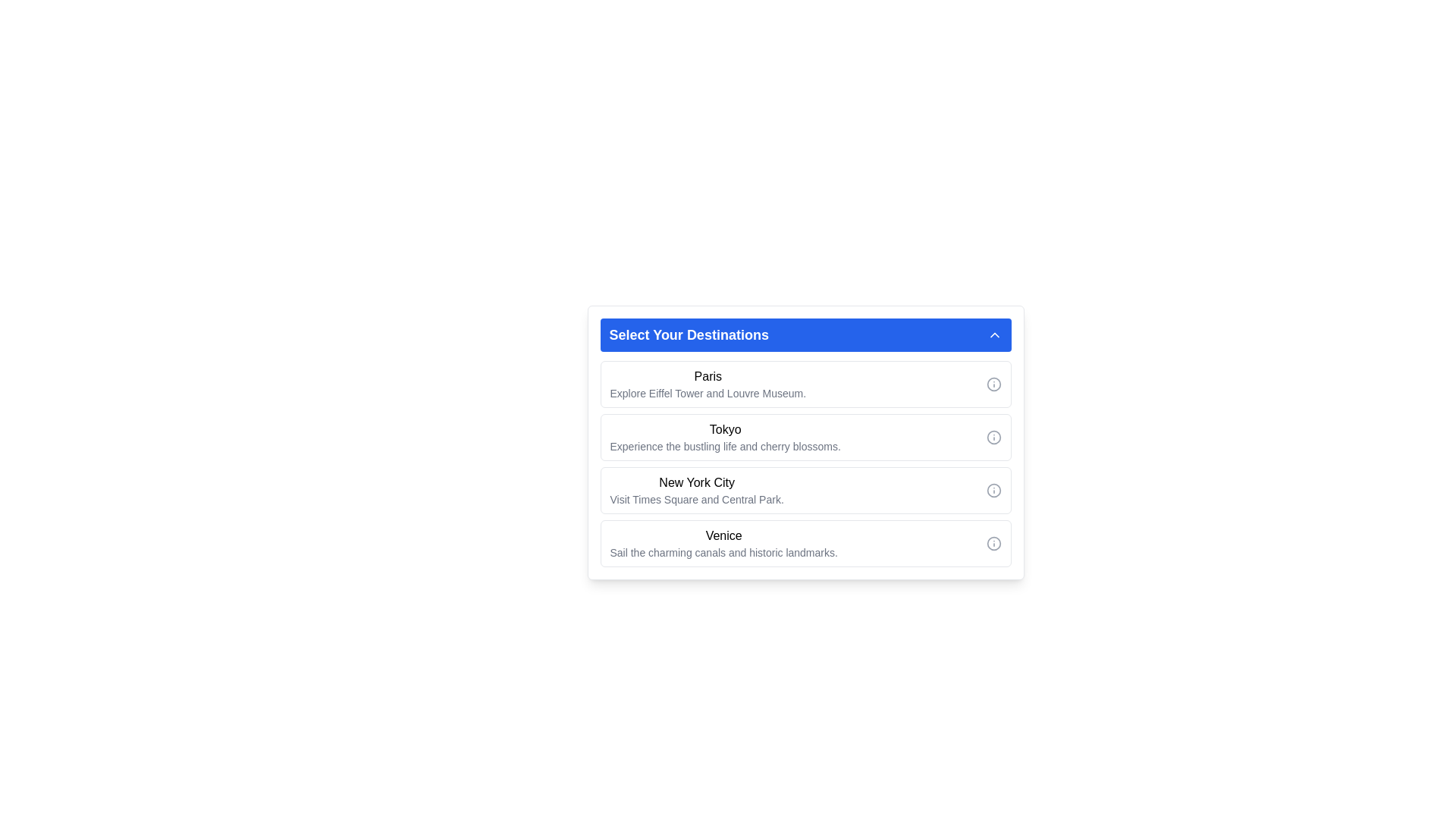 This screenshot has height=819, width=1456. I want to click on the circular 'info' icon with a vertical dash and dot above it, located to the right of the text 'Explore Eiffel Tower and Louvre Museum.', so click(993, 383).